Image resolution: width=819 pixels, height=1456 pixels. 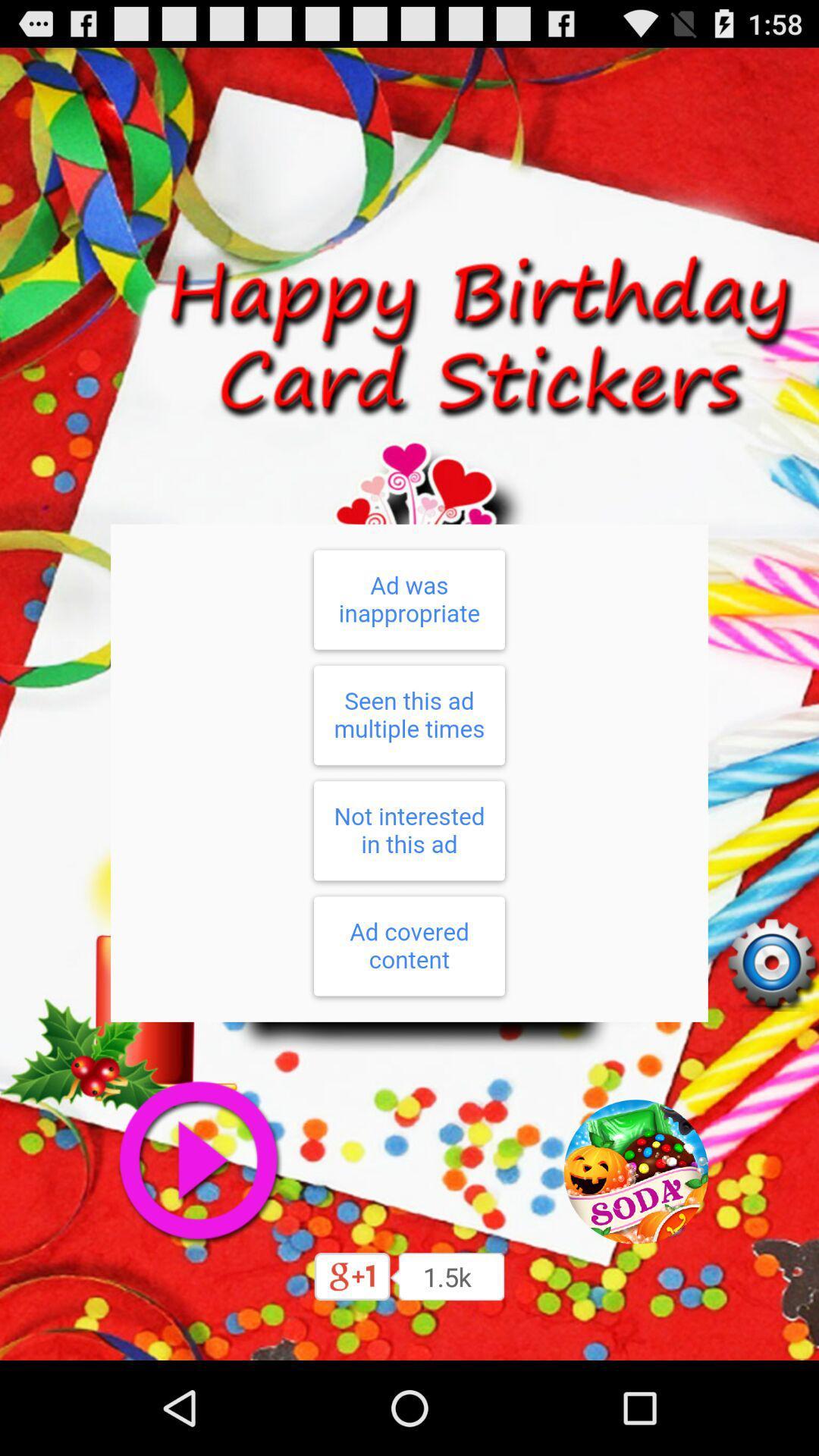 I want to click on open settings, so click(x=771, y=963).